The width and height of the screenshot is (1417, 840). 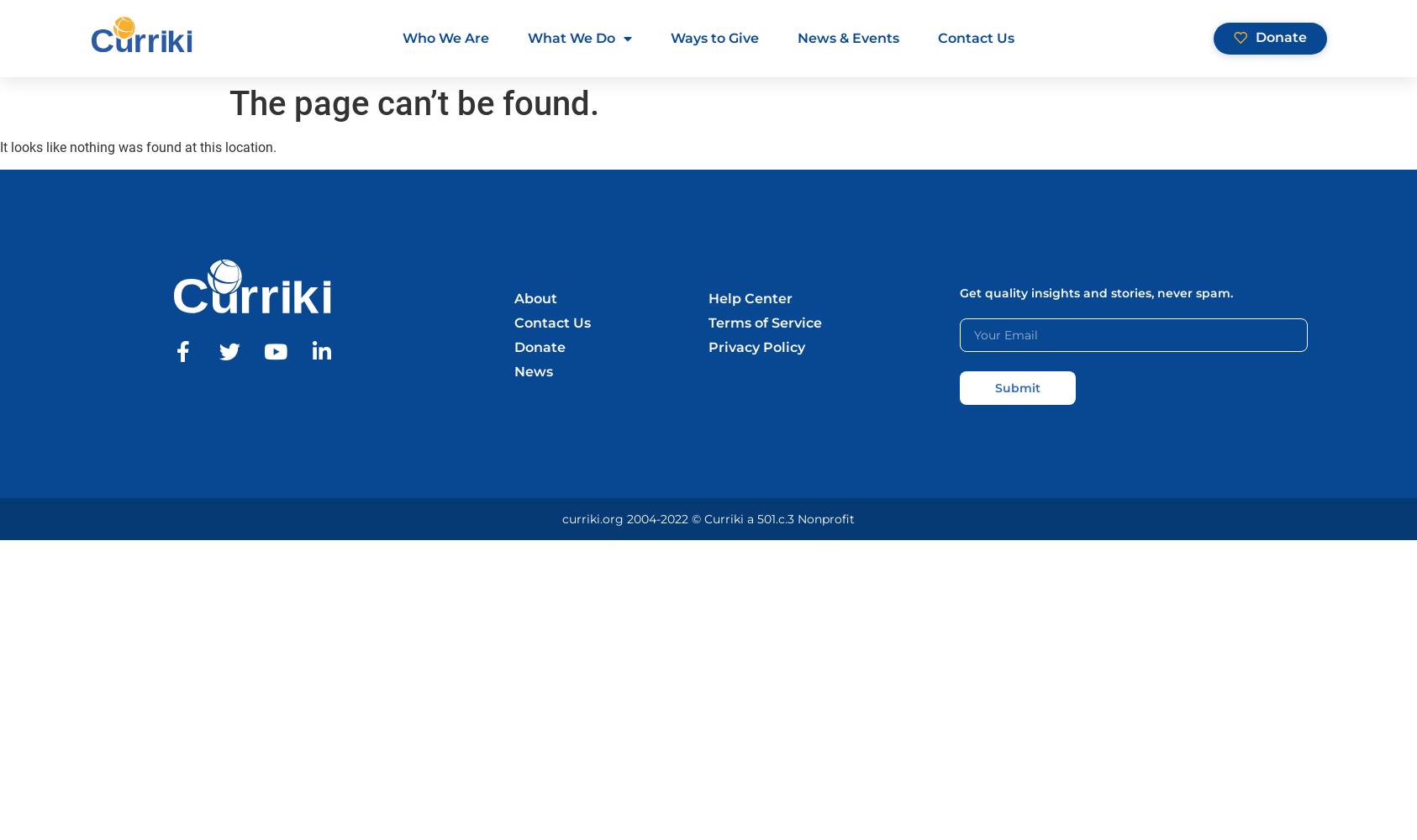 I want to click on 'It looks like nothing was found at this location.', so click(x=138, y=147).